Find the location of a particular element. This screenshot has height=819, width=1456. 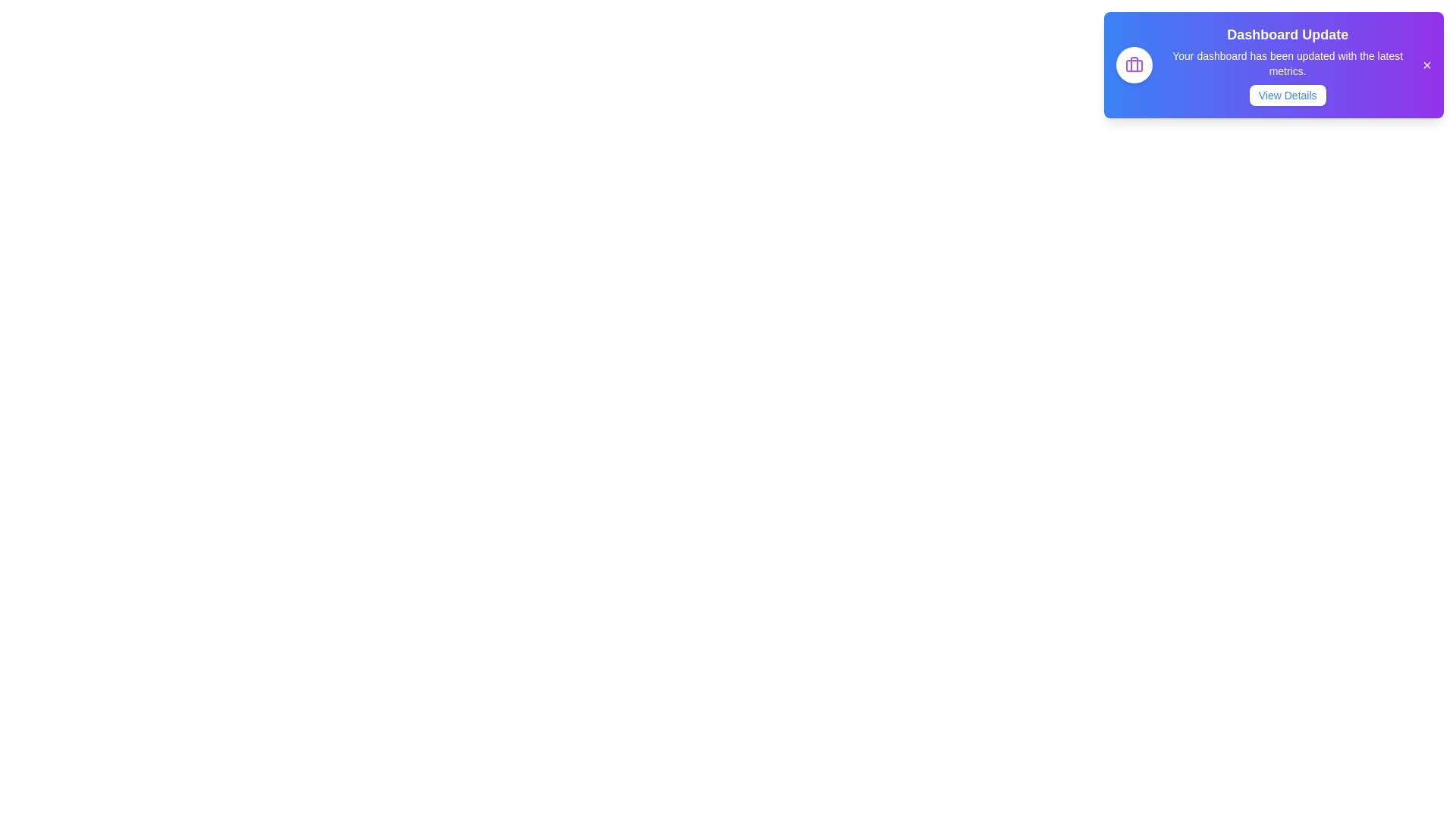

the notification icon to interact with it is located at coordinates (1134, 64).